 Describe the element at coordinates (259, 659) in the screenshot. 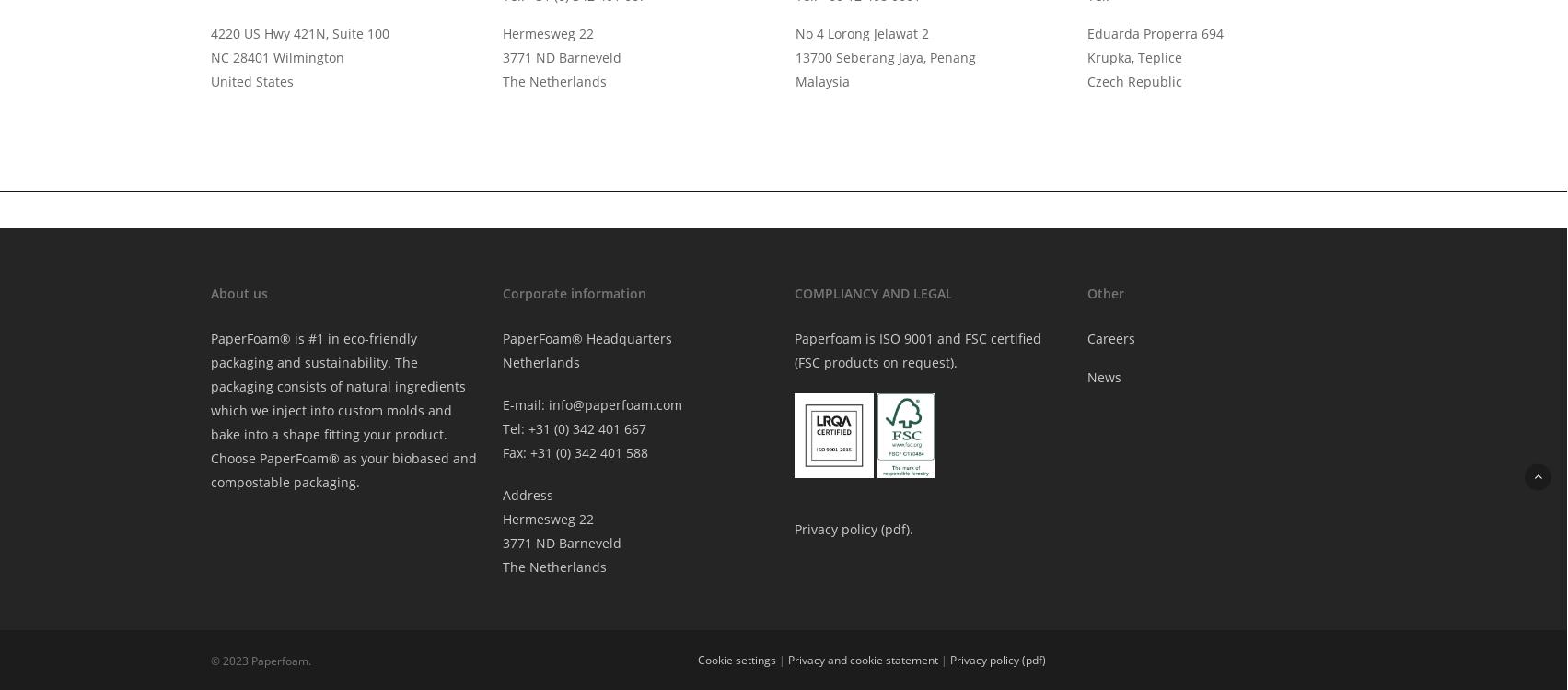

I see `'© 2023 Paperfoam.'` at that location.